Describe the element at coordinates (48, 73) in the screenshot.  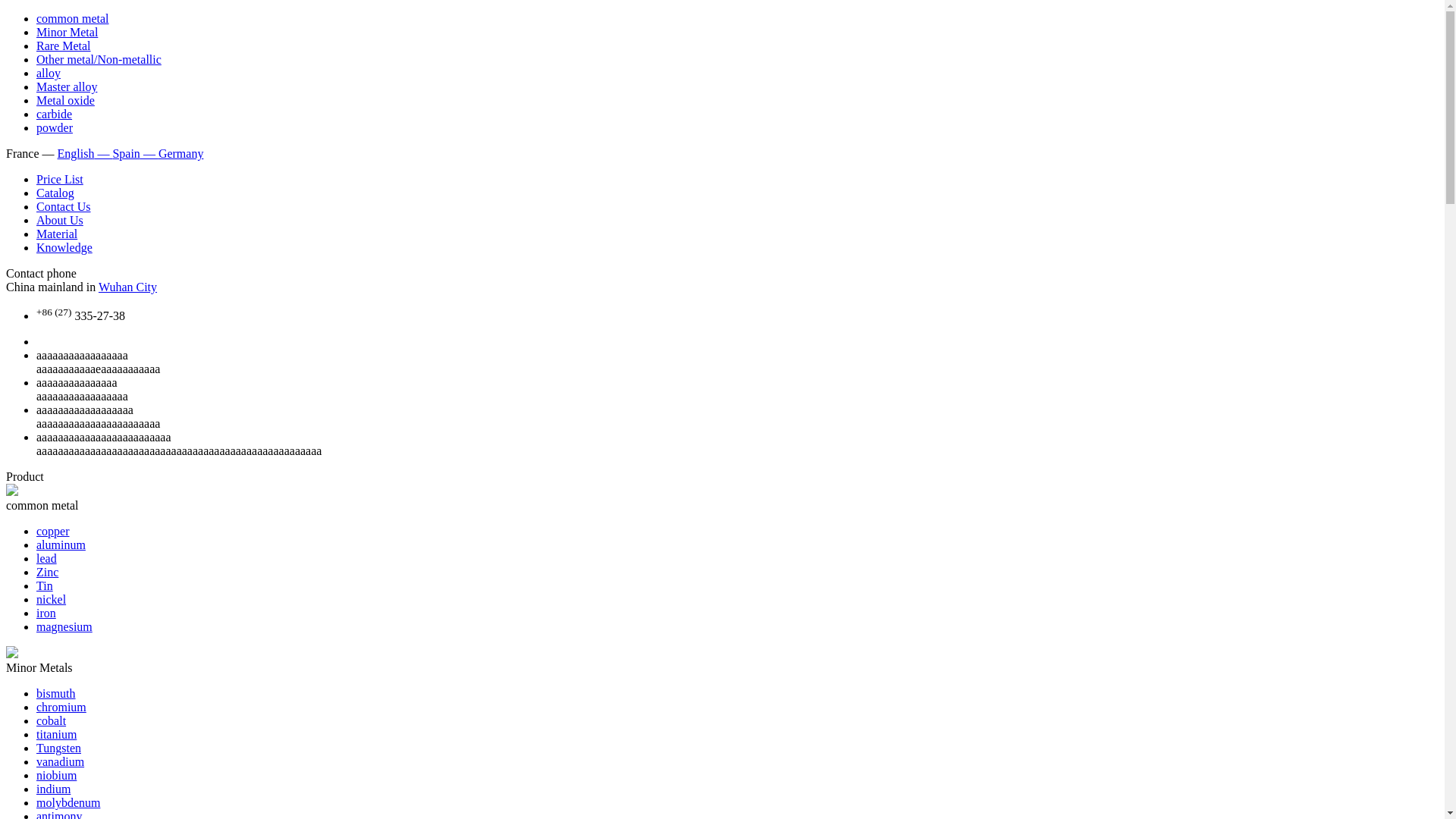
I see `'alloy'` at that location.